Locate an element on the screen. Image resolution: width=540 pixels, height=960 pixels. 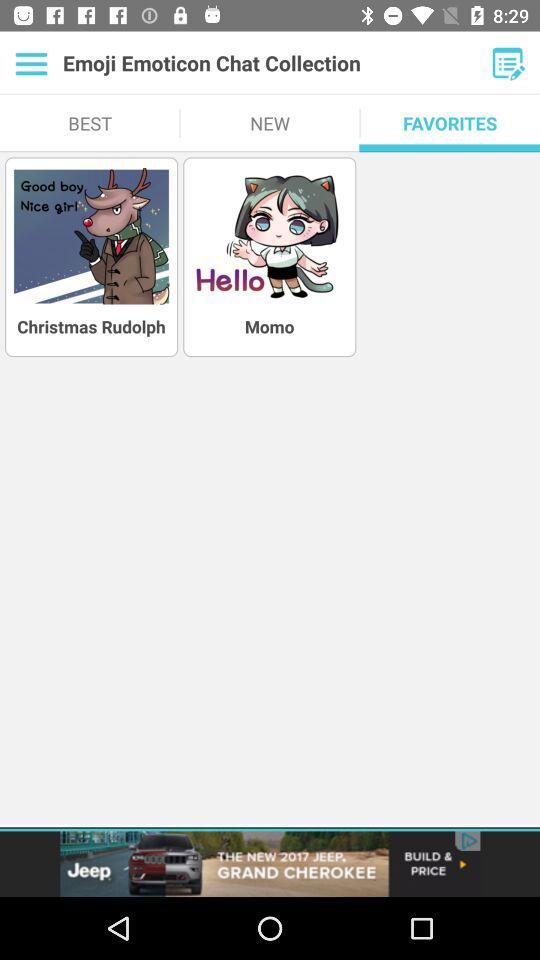
menu list is located at coordinates (30, 63).